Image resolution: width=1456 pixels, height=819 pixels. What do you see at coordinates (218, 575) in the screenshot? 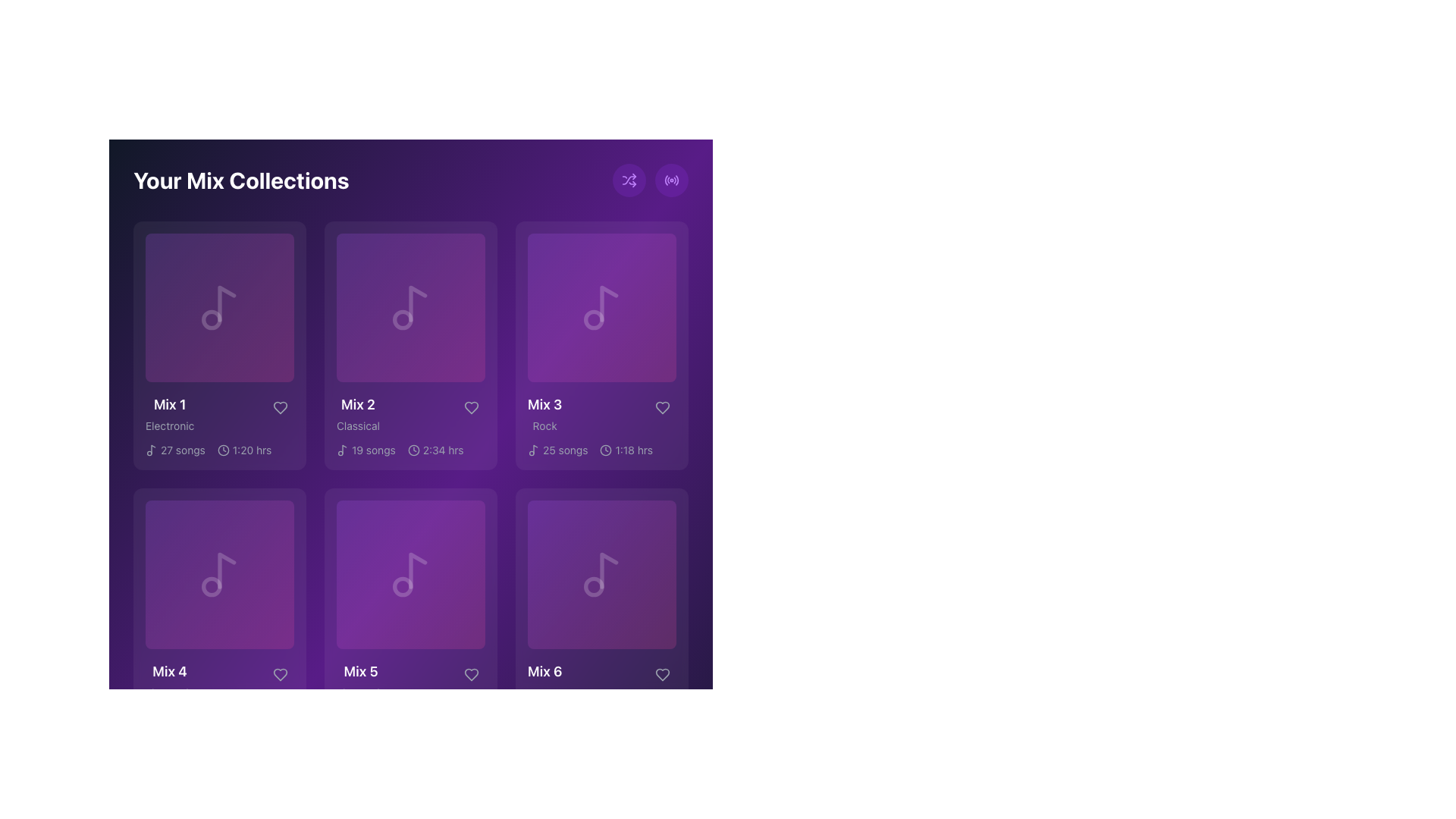
I see `the small play icon, which is a white triangular symbol surrounded by a circular purple background located in the bottom-left tile ('Mix 4') of the grid, to initiate playback` at bounding box center [218, 575].